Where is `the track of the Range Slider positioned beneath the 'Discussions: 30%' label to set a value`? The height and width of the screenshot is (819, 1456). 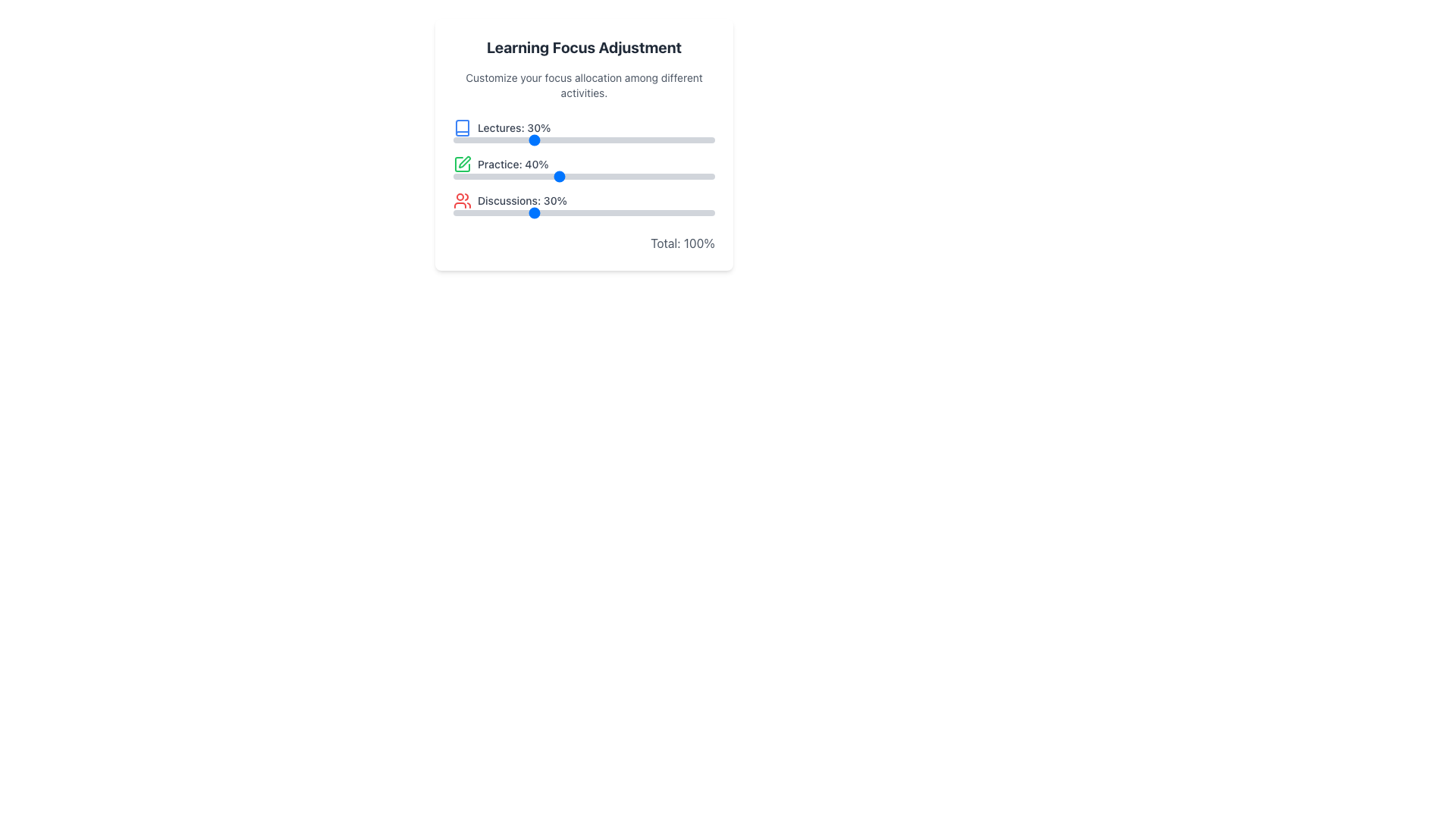 the track of the Range Slider positioned beneath the 'Discussions: 30%' label to set a value is located at coordinates (583, 213).